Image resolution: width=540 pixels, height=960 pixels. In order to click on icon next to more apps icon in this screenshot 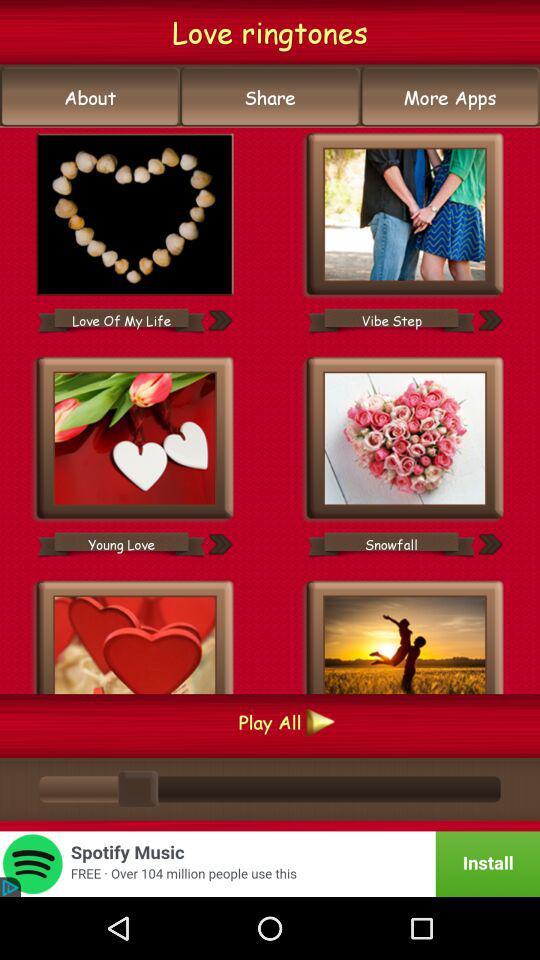, I will do `click(270, 97)`.